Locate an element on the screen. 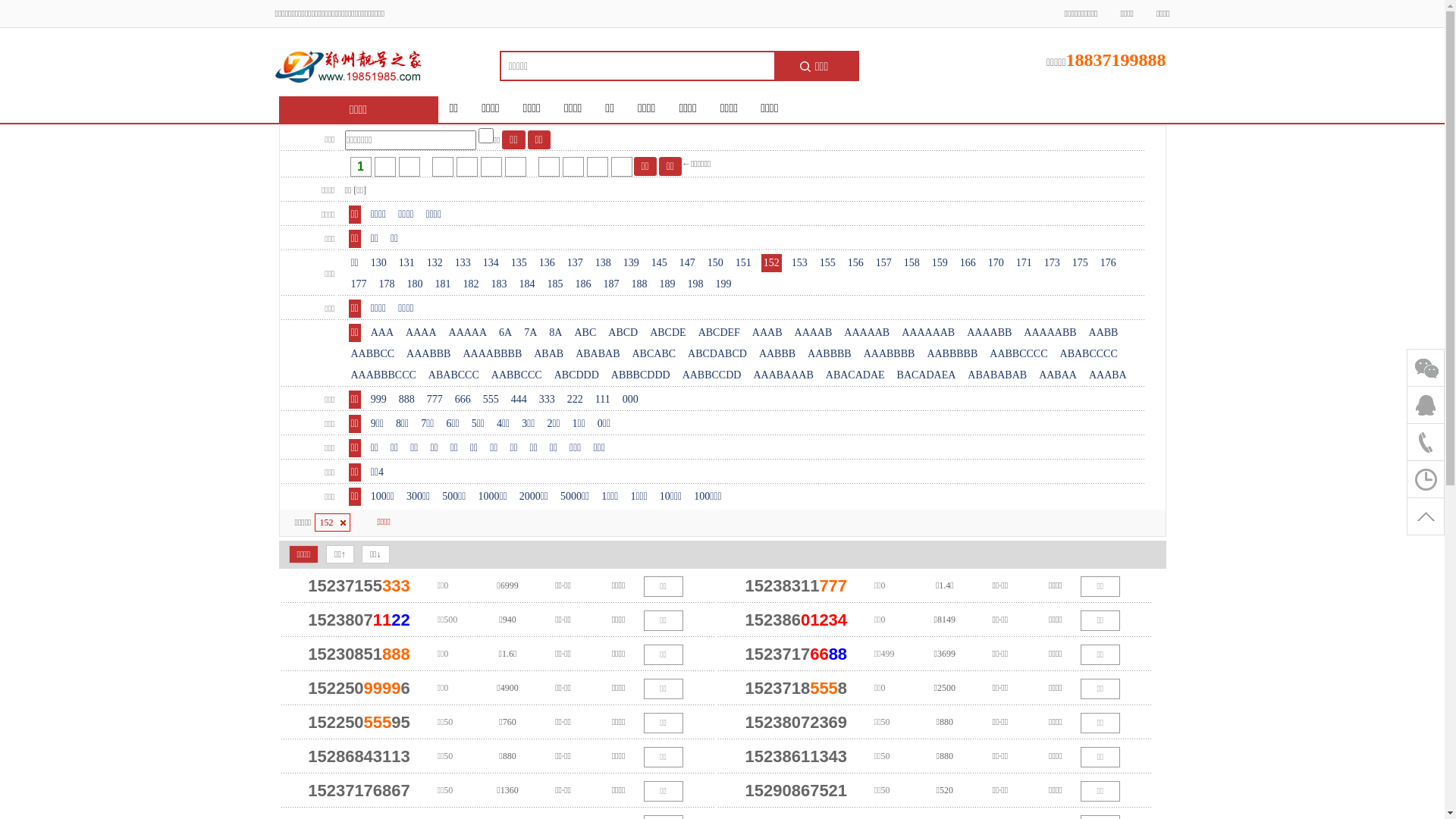 The width and height of the screenshot is (1456, 819). '111' is located at coordinates (602, 399).